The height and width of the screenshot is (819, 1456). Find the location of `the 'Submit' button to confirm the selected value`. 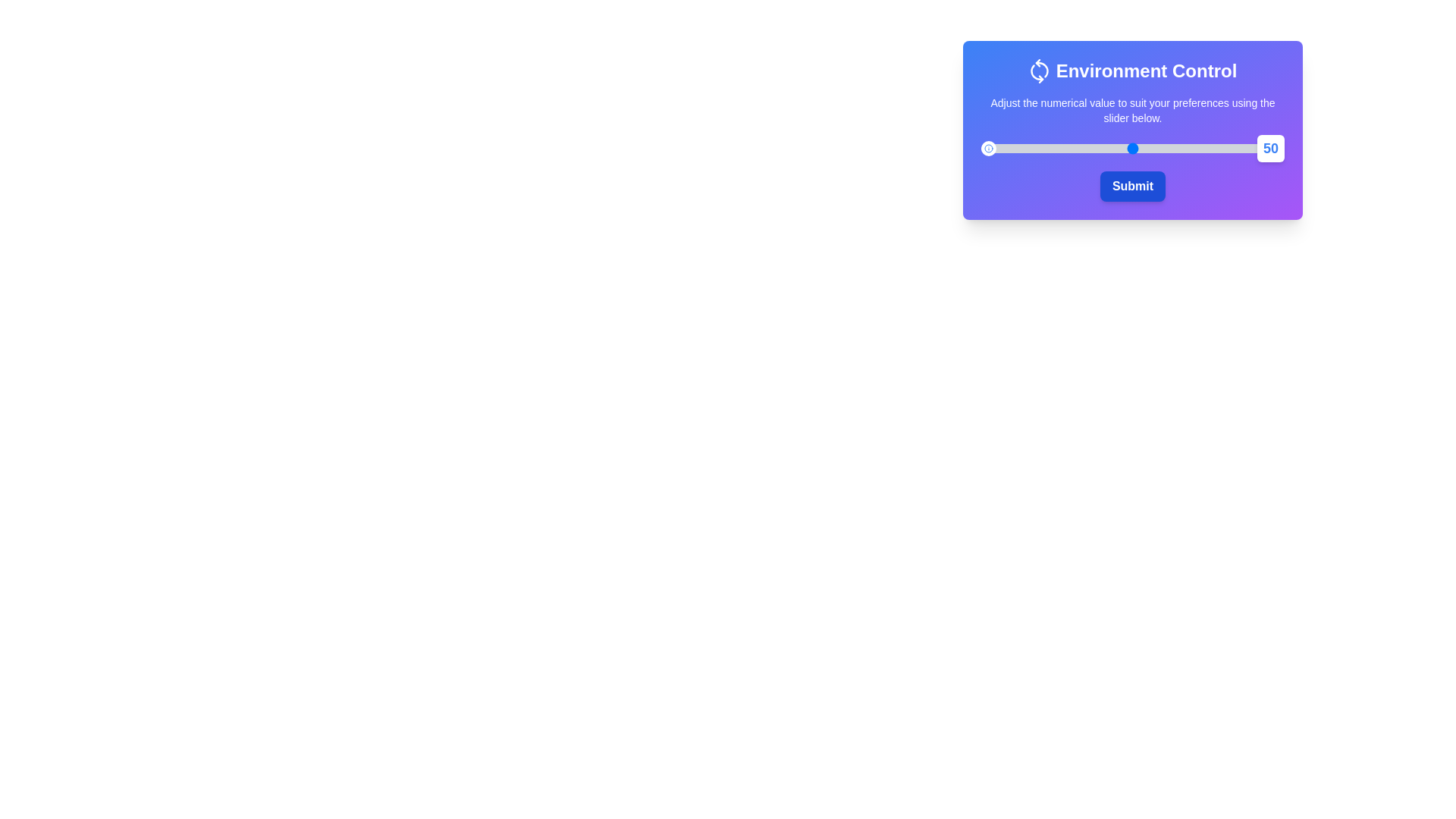

the 'Submit' button to confirm the selected value is located at coordinates (1132, 186).